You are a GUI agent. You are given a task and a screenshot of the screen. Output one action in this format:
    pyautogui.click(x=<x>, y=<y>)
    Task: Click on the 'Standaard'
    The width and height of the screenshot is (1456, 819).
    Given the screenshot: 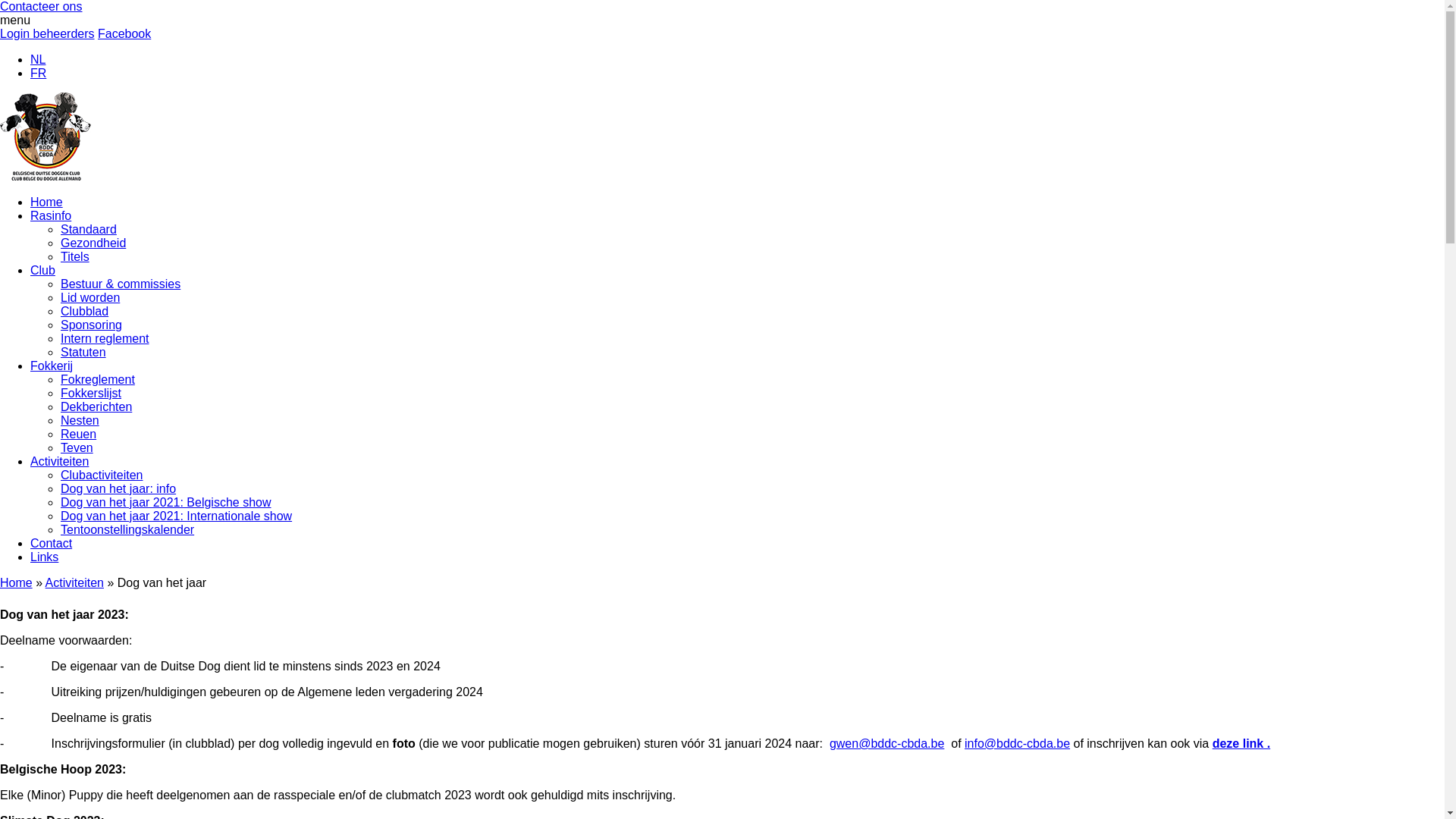 What is the action you would take?
    pyautogui.click(x=87, y=229)
    